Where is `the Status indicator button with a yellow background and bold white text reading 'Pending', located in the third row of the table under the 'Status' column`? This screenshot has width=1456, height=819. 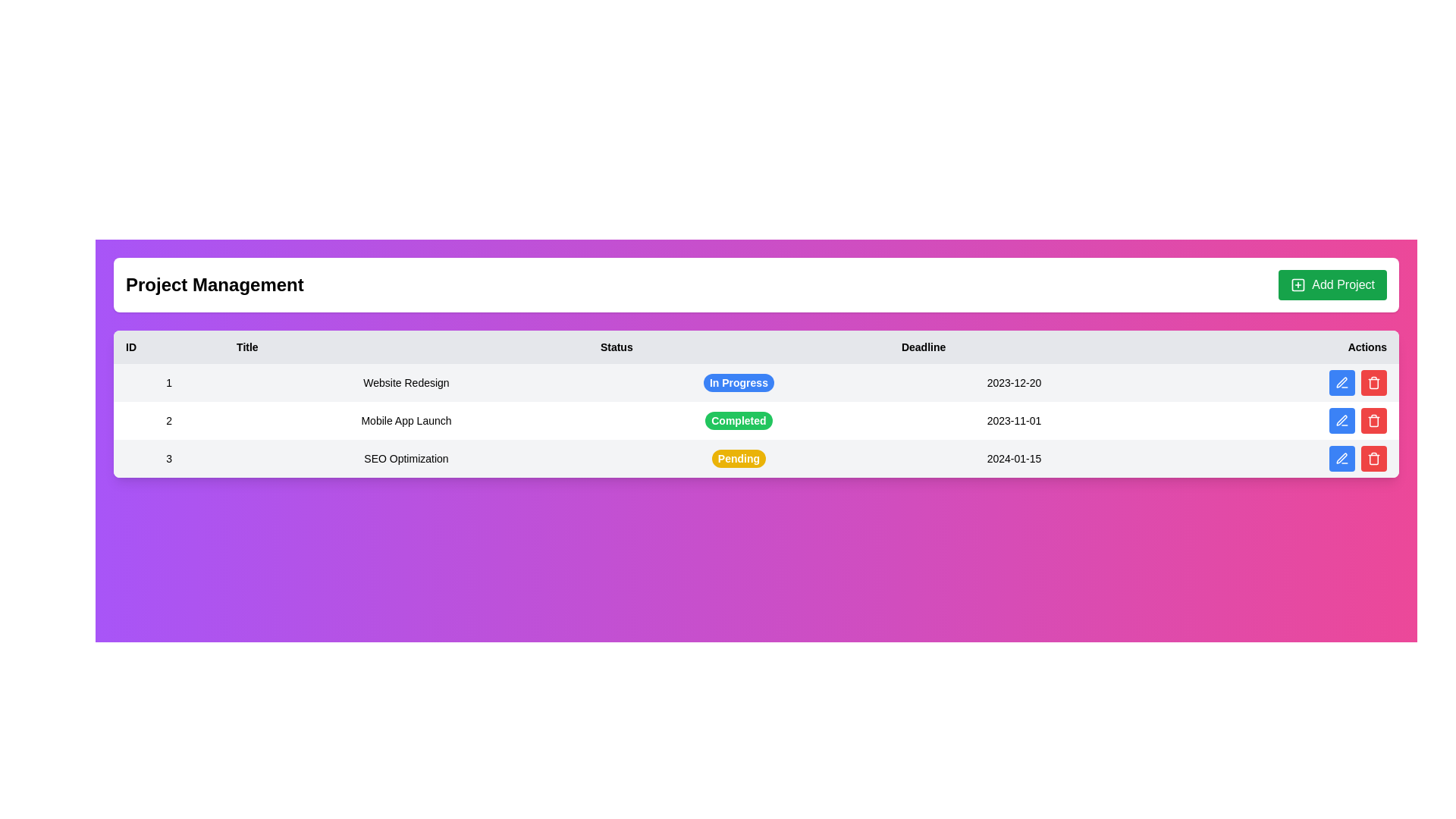 the Status indicator button with a yellow background and bold white text reading 'Pending', located in the third row of the table under the 'Status' column is located at coordinates (739, 458).